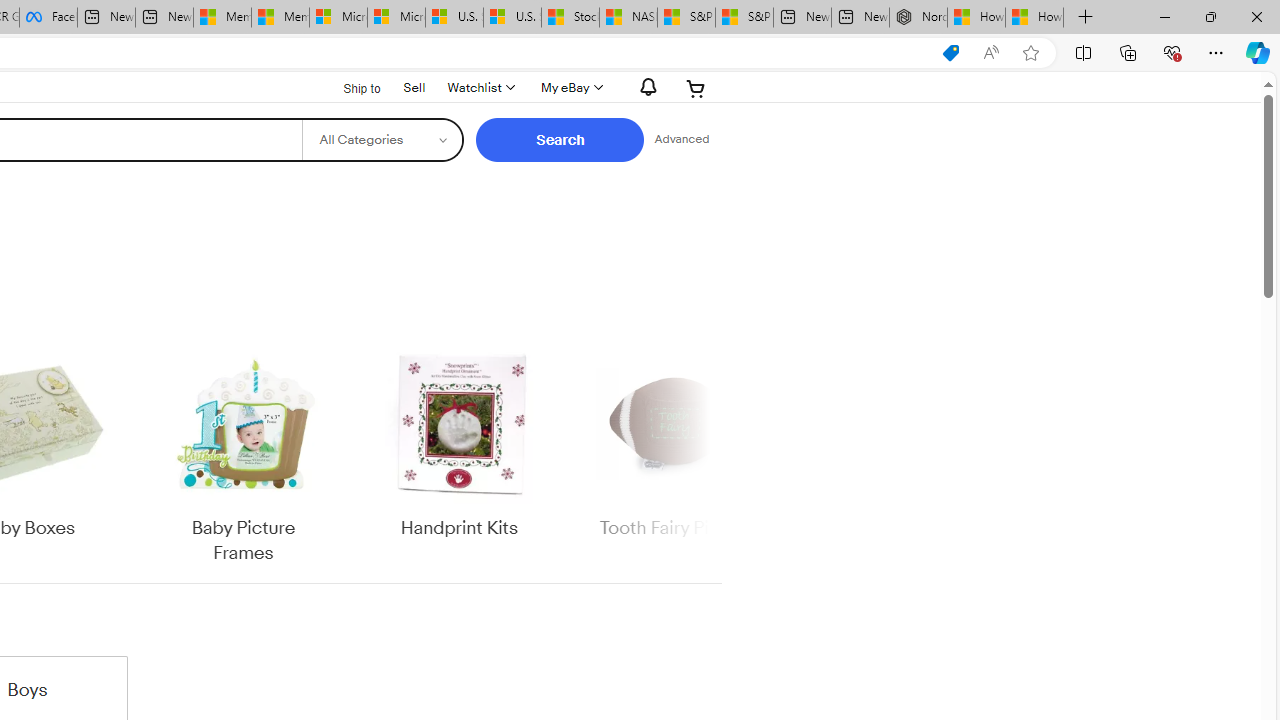 Image resolution: width=1280 pixels, height=720 pixels. What do you see at coordinates (1257, 51) in the screenshot?
I see `'Copilot (Ctrl+Shift+.)'` at bounding box center [1257, 51].